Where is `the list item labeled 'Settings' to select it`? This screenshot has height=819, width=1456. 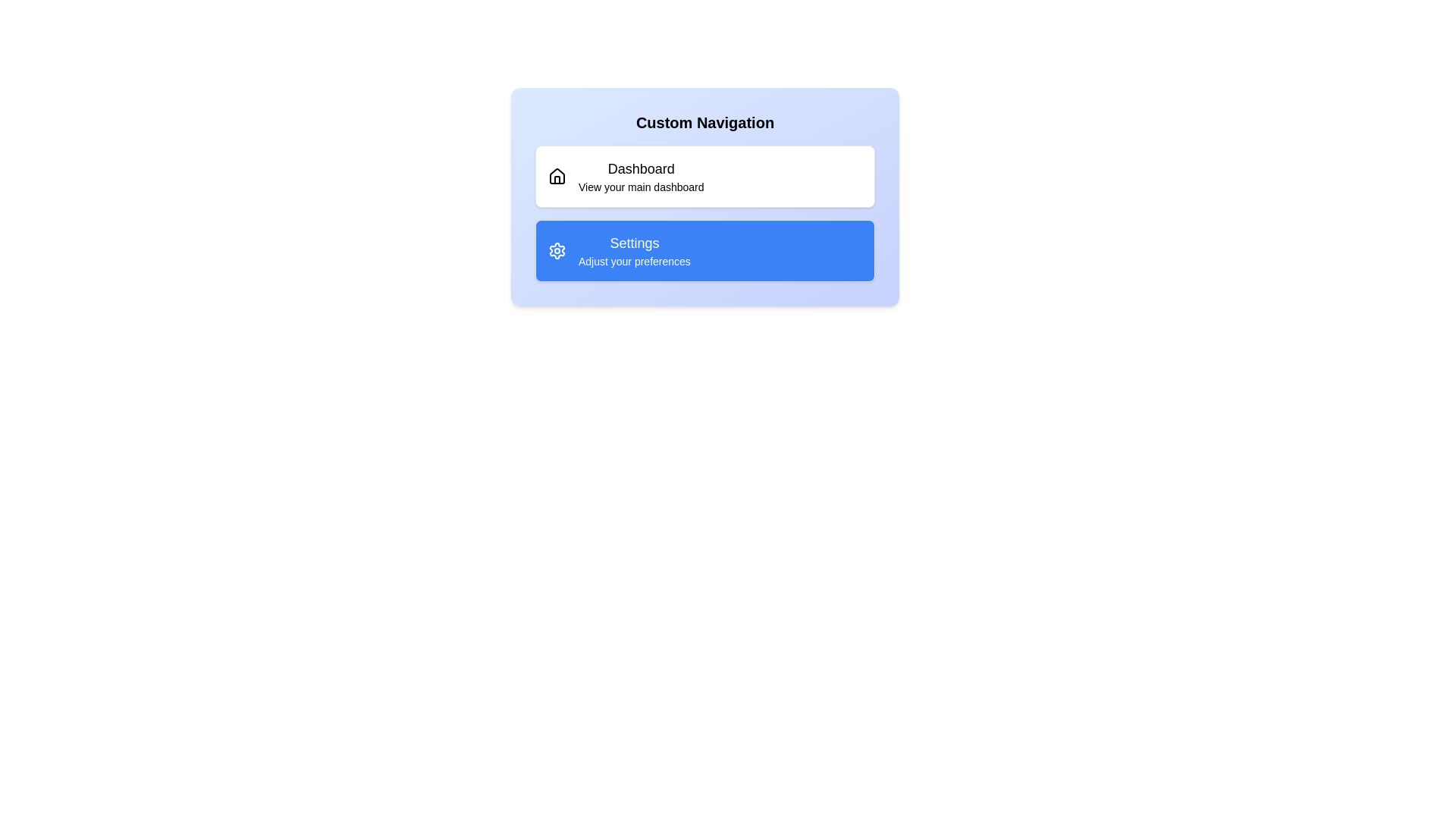
the list item labeled 'Settings' to select it is located at coordinates (704, 250).